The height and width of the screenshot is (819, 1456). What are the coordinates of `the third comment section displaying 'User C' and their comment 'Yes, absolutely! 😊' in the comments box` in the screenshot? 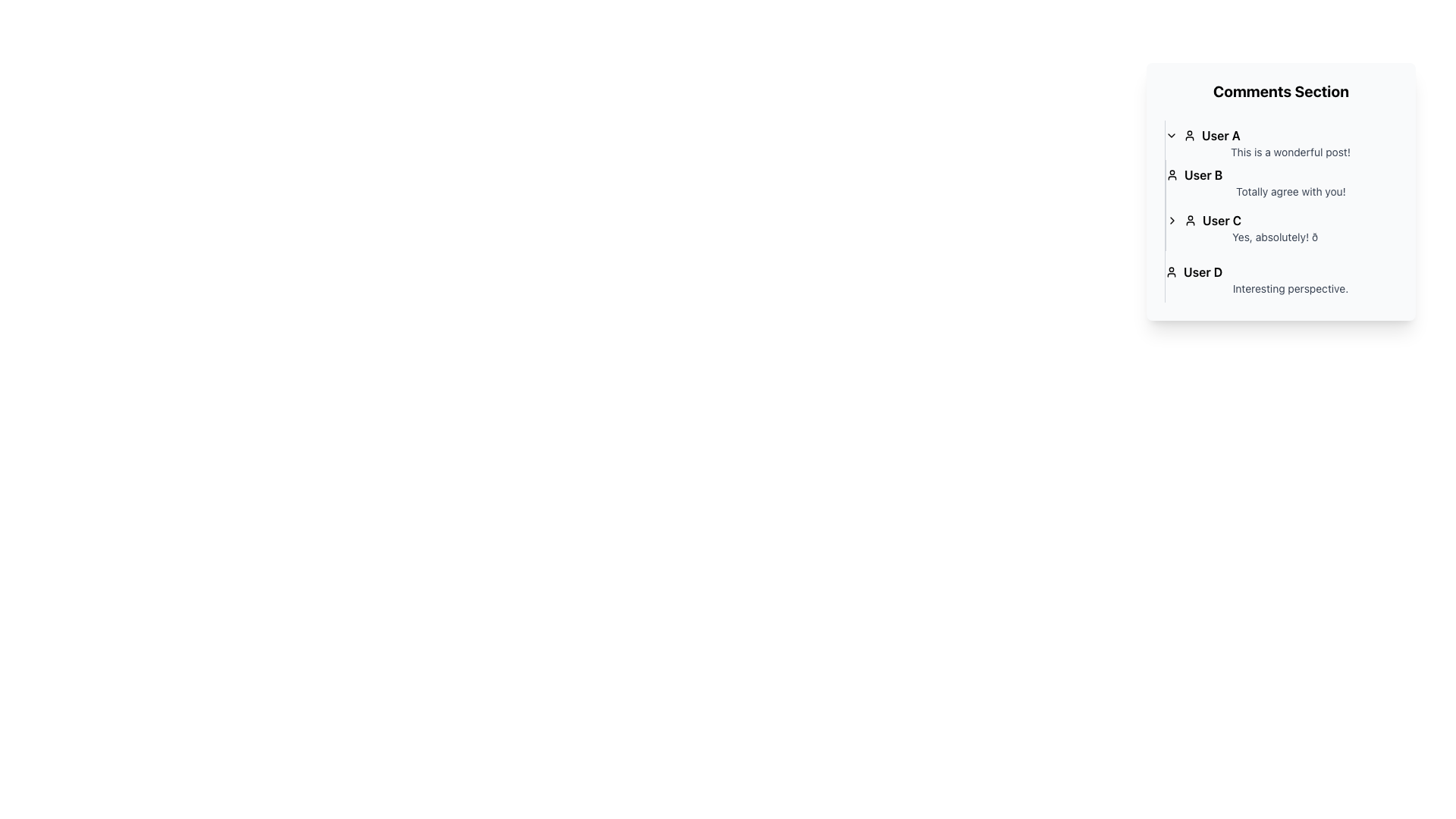 It's located at (1280, 227).